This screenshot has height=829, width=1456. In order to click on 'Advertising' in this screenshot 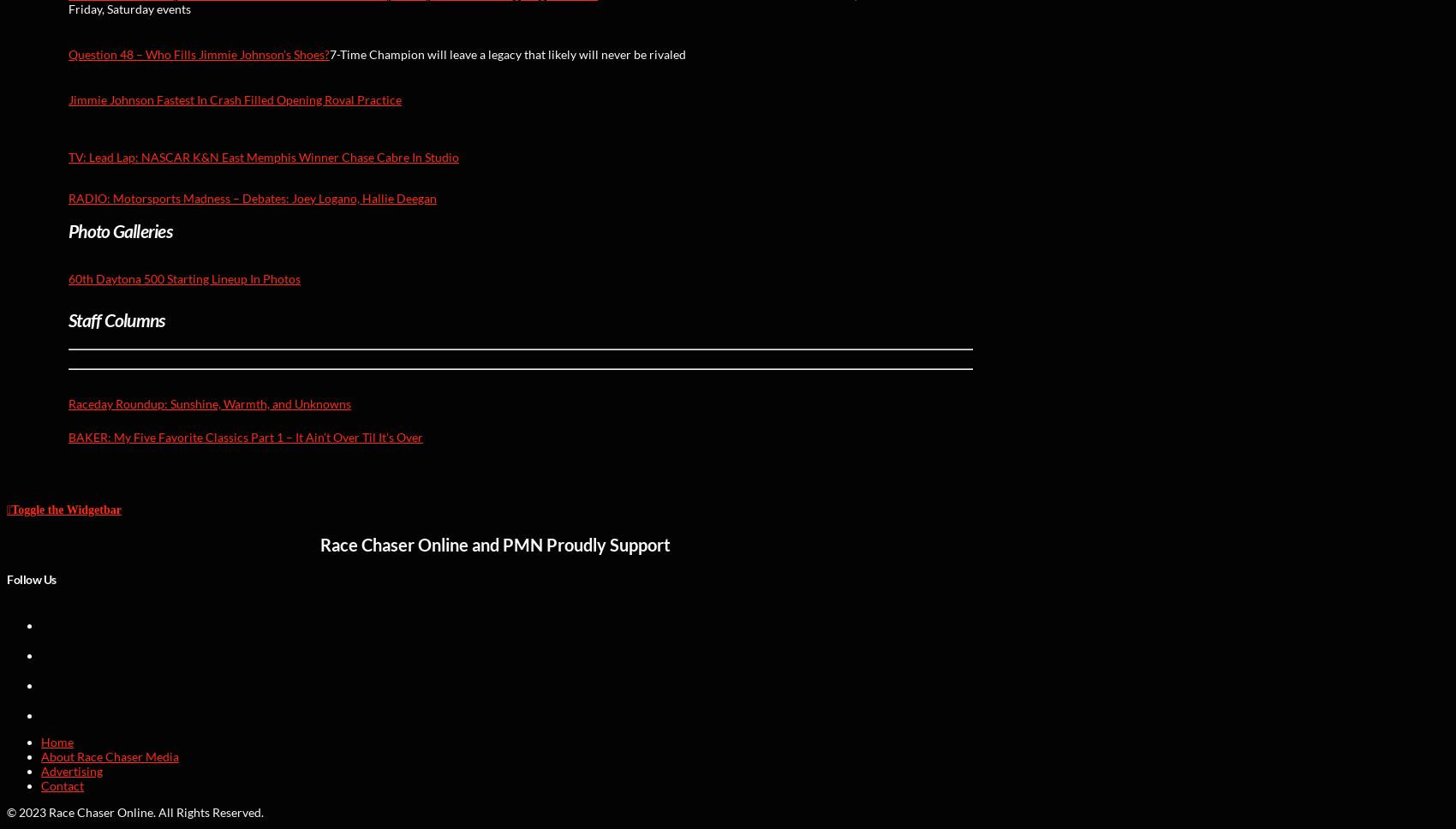, I will do `click(40, 770)`.